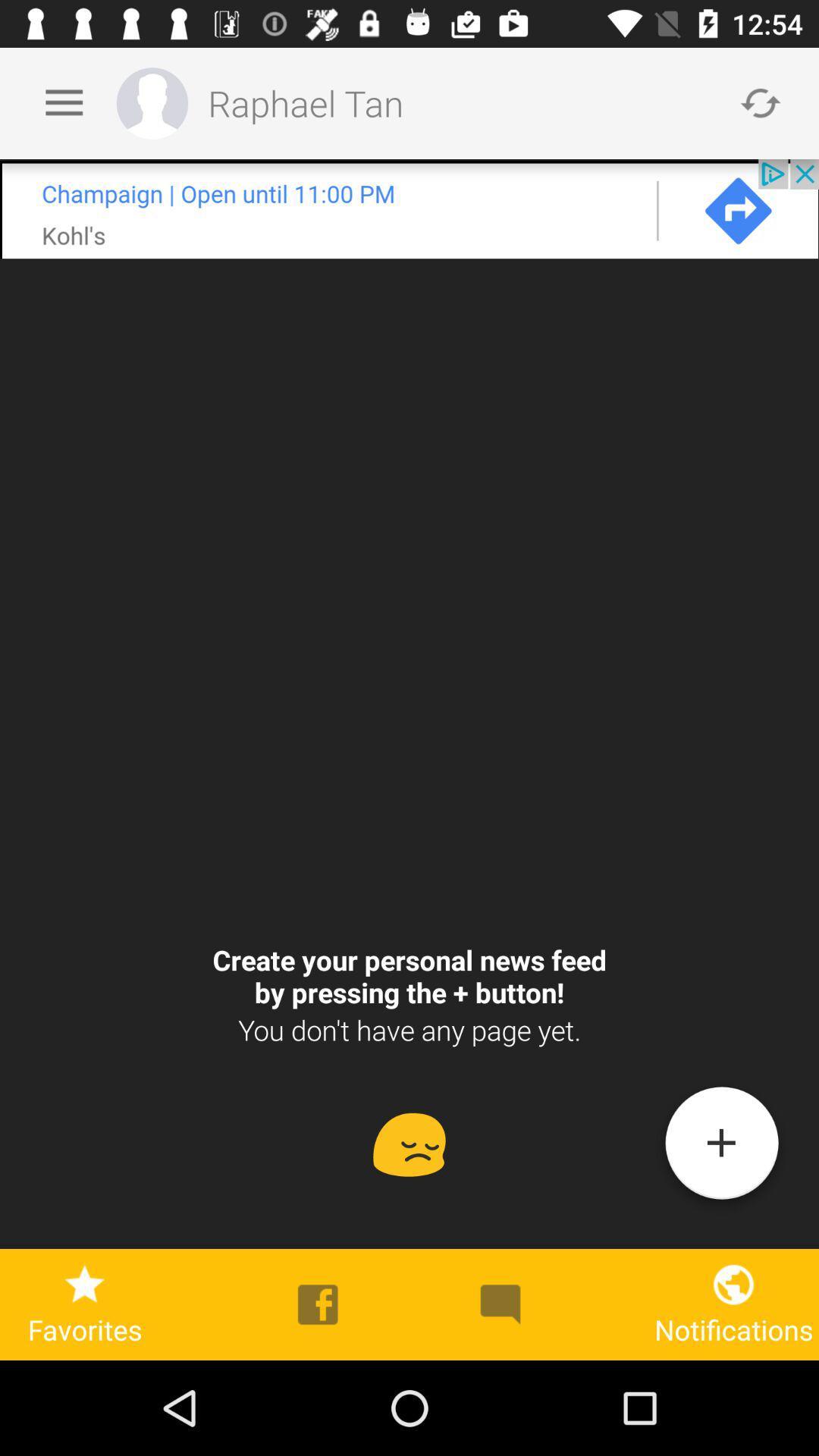 The image size is (819, 1456). What do you see at coordinates (720, 1149) in the screenshot?
I see `the add icon` at bounding box center [720, 1149].